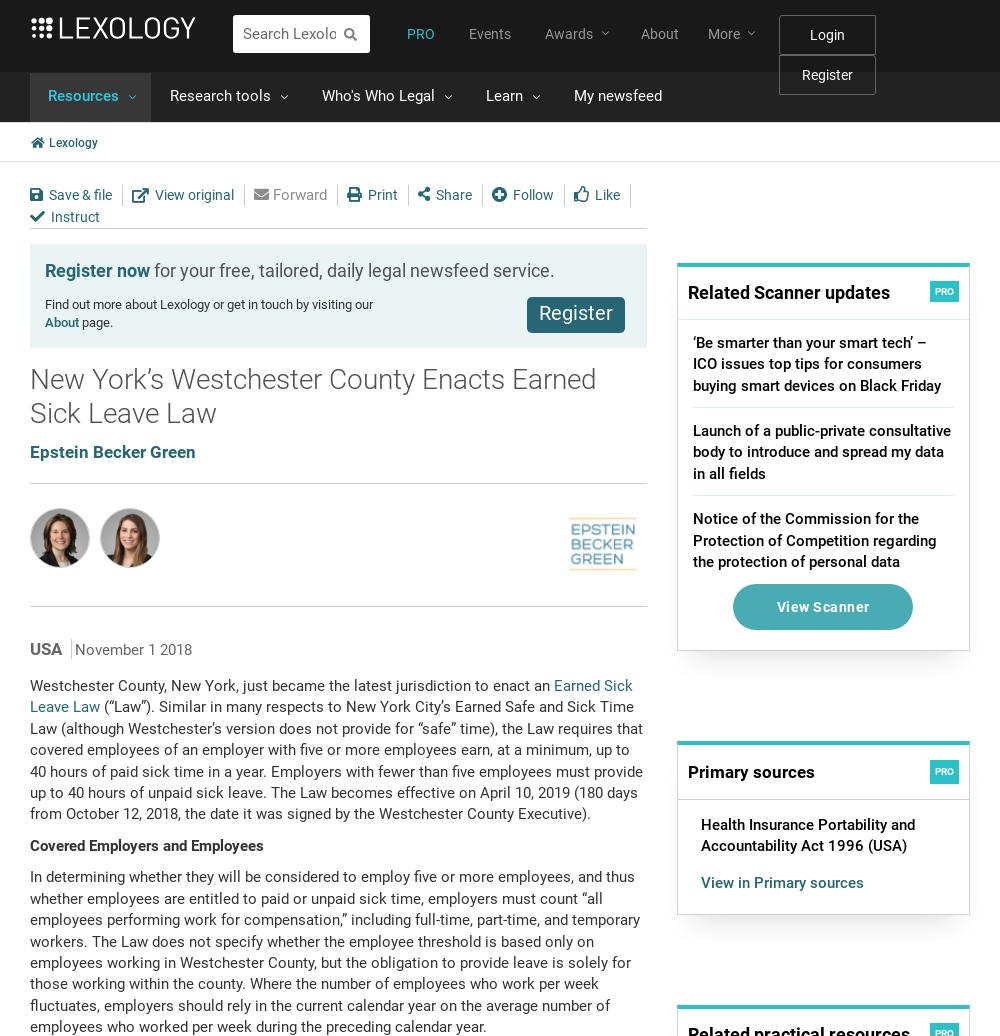  Describe the element at coordinates (335, 760) in the screenshot. I see `'(“Law”). Similar in many respects to New York City’s Earned Safe and Sick Time Law (although Westchester’s version does not provide for “safe” time), the Law requires that covered employees of an employer with five or more employees earn, at a minimum, up to 40 hours of paid sick time in a year. Employers with fewer than five employees must provide up to 40 hours of unpaid sick leave. The Law becomes effective on April 10, 2019 (180 days from October 12, 2018, the date it was signed by the Westchester County Executive).'` at that location.